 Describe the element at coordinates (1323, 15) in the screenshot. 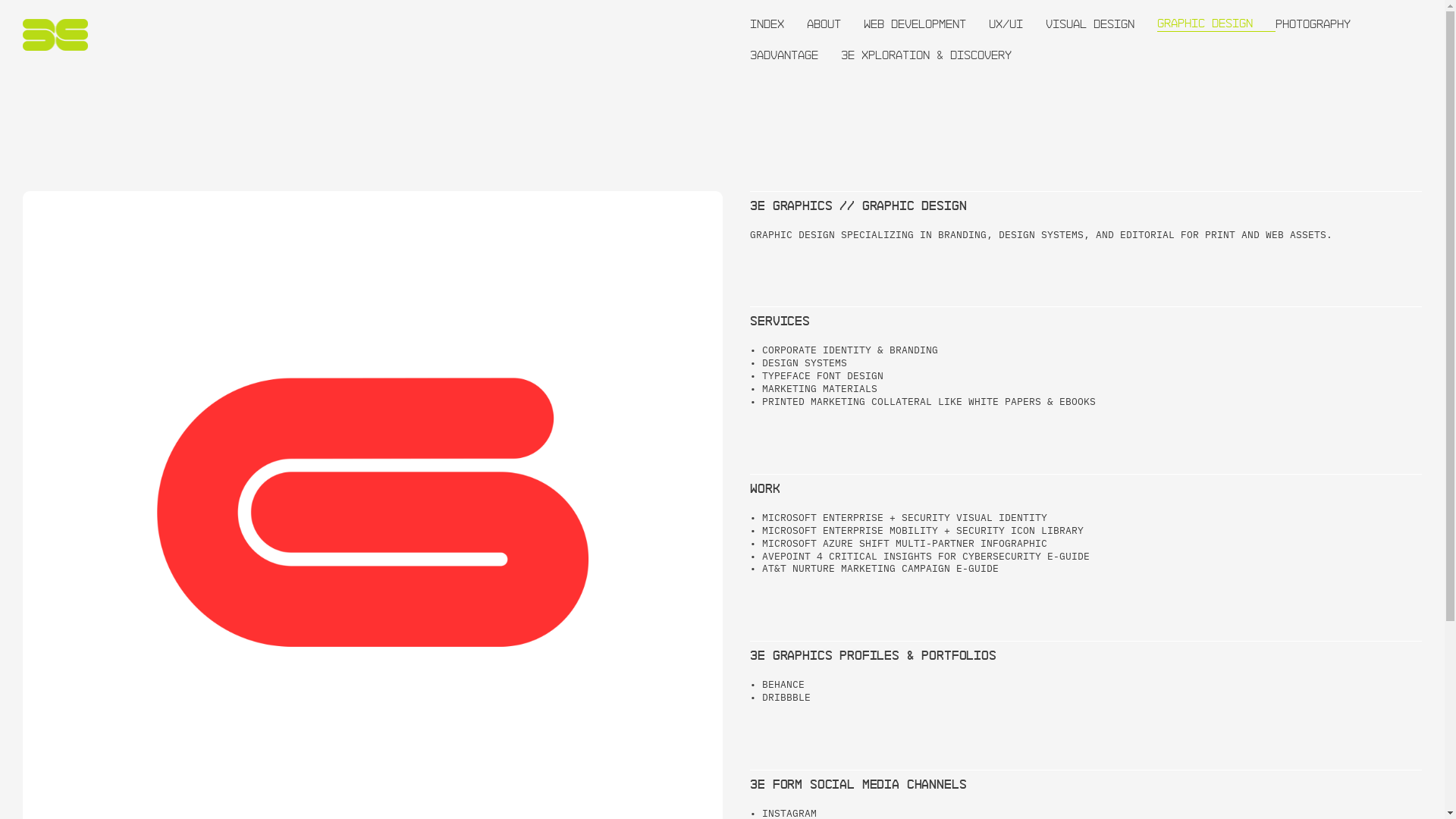

I see `'PHOTOGRAPHY'` at that location.